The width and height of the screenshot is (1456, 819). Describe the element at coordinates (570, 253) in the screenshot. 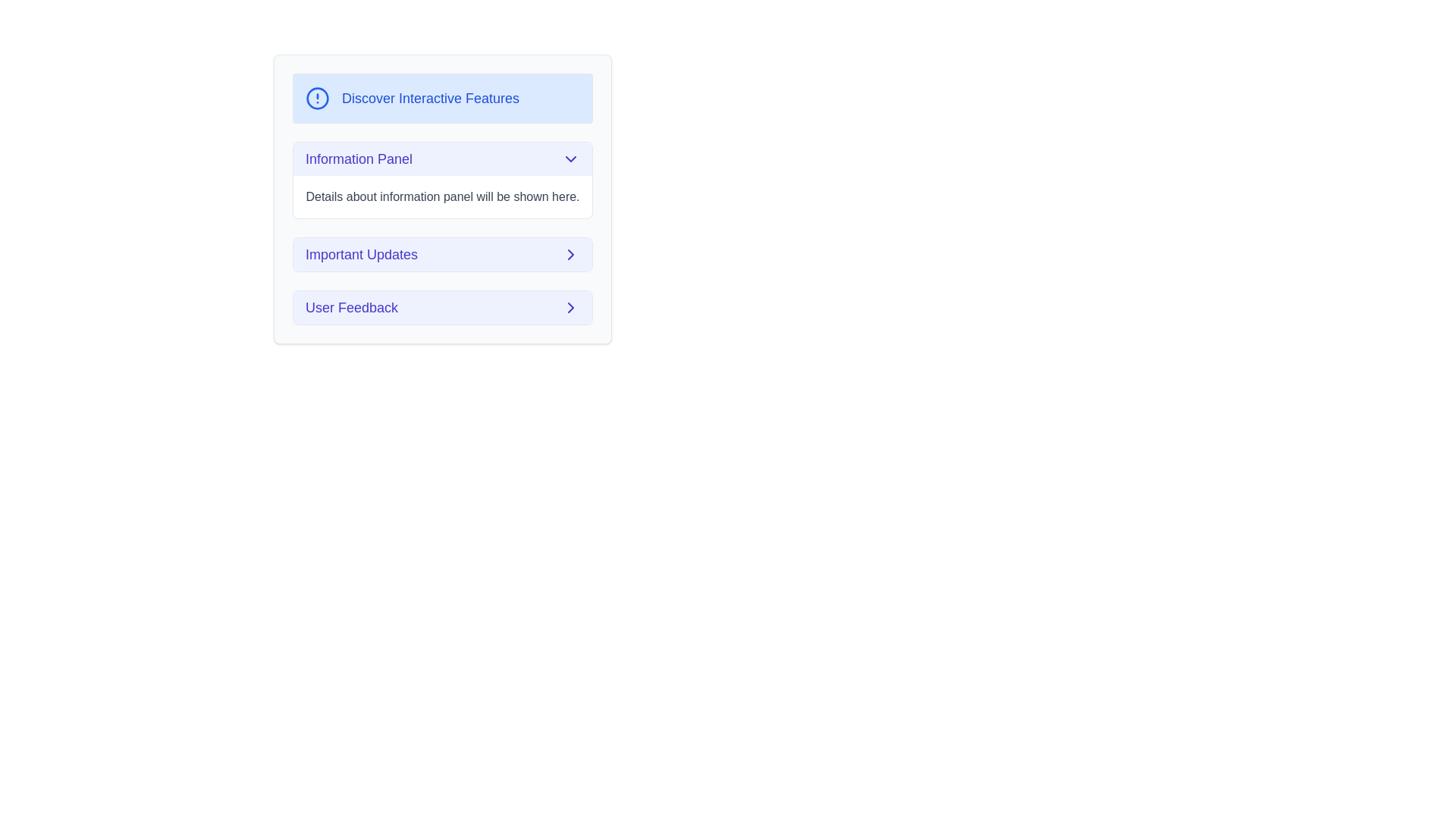

I see `the chevron arrow icon in the 'User Feedback' section of the vertically-stacked menu` at that location.